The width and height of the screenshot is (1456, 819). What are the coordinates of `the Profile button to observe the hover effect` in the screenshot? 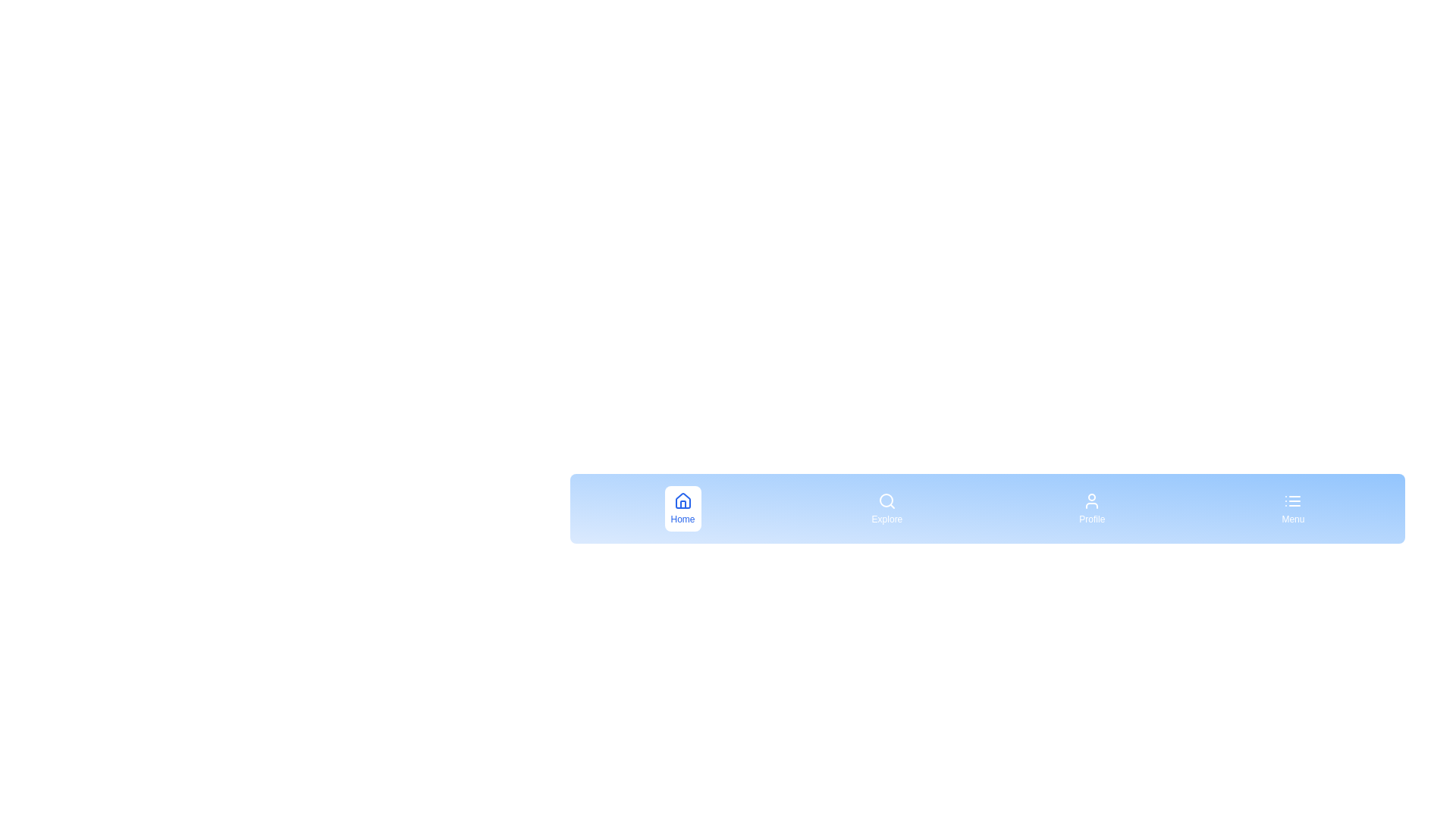 It's located at (1092, 509).